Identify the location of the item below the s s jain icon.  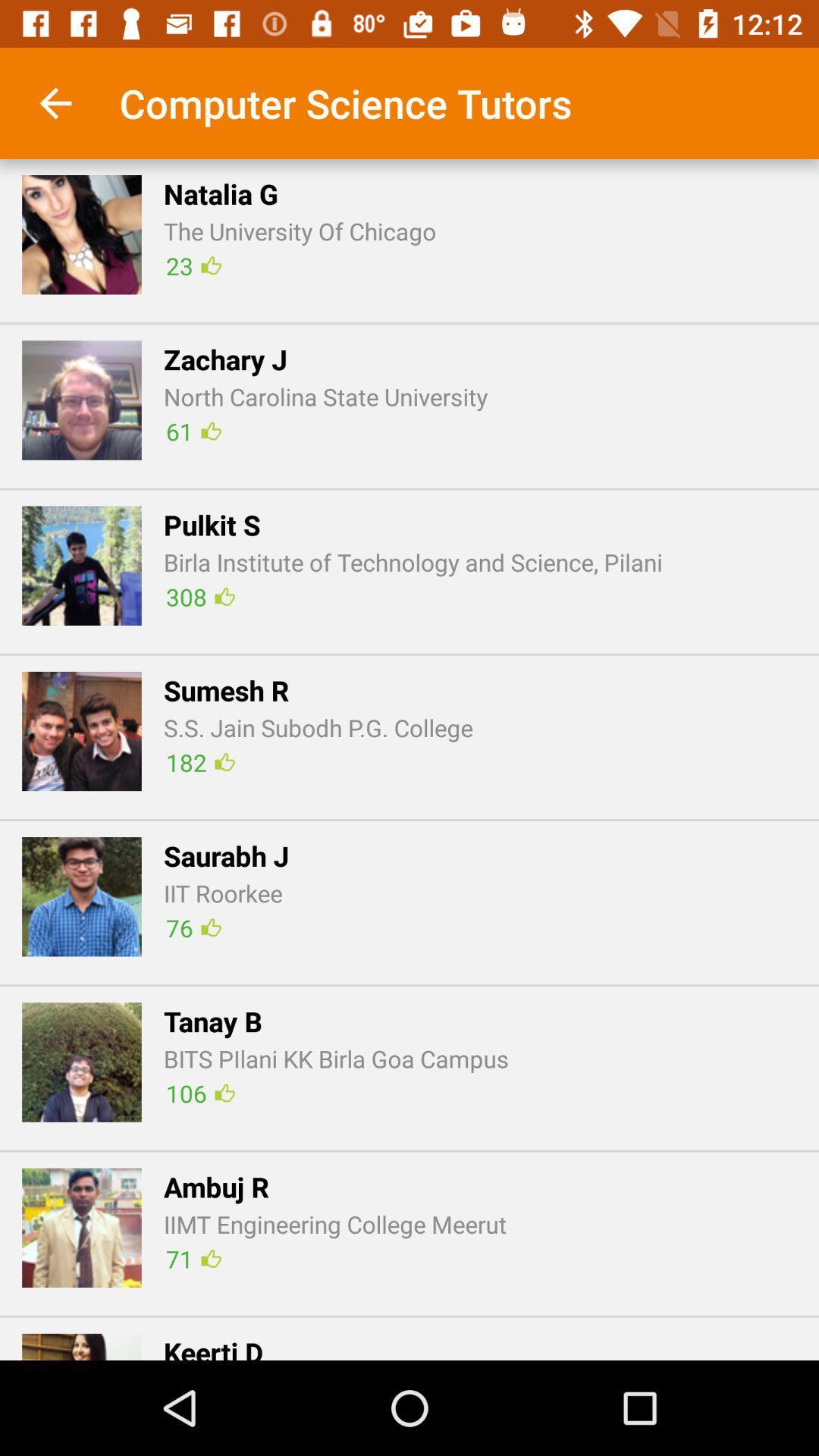
(199, 762).